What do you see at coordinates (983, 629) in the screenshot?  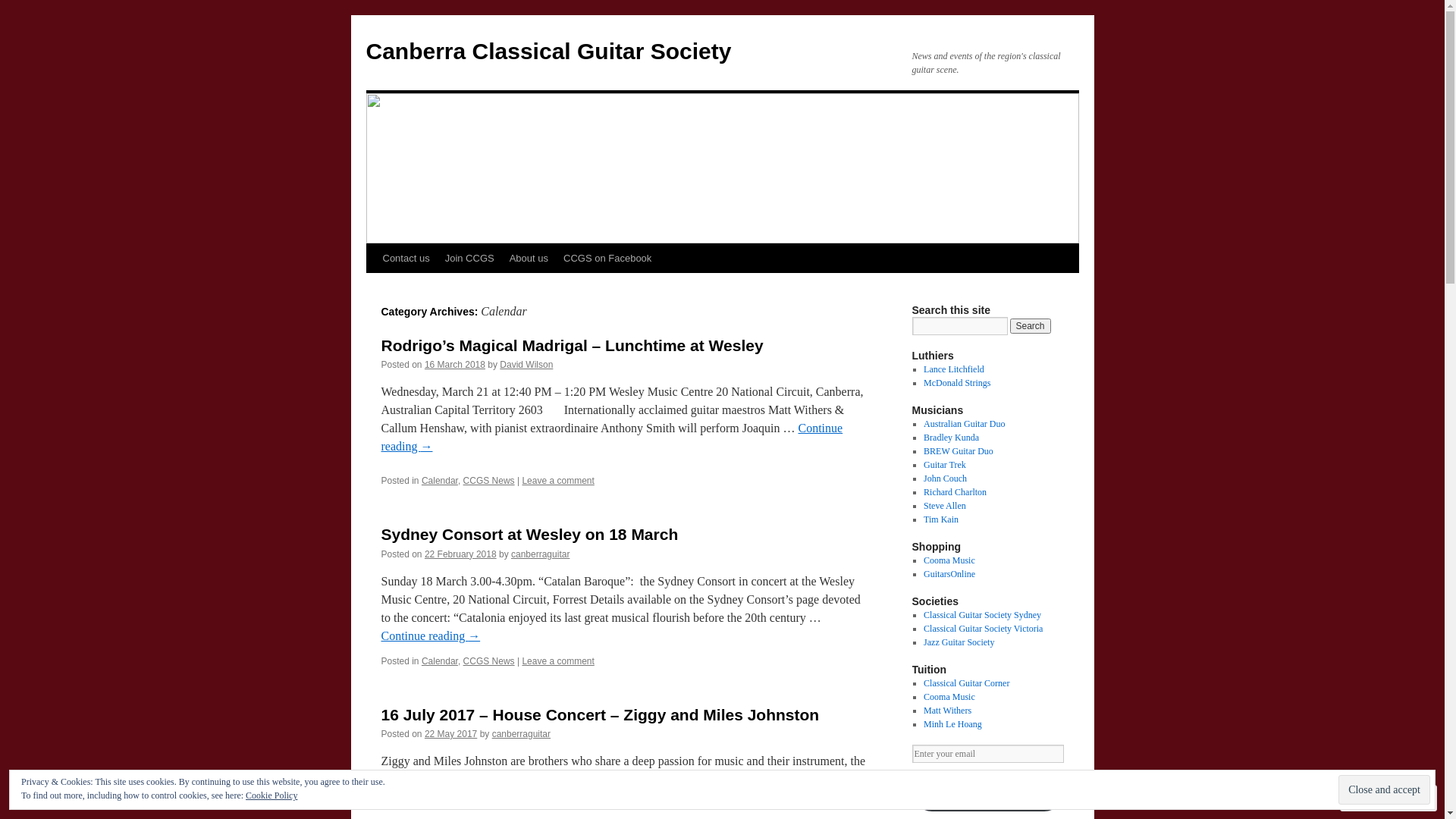 I see `'Classical Guitar Society Victoria'` at bounding box center [983, 629].